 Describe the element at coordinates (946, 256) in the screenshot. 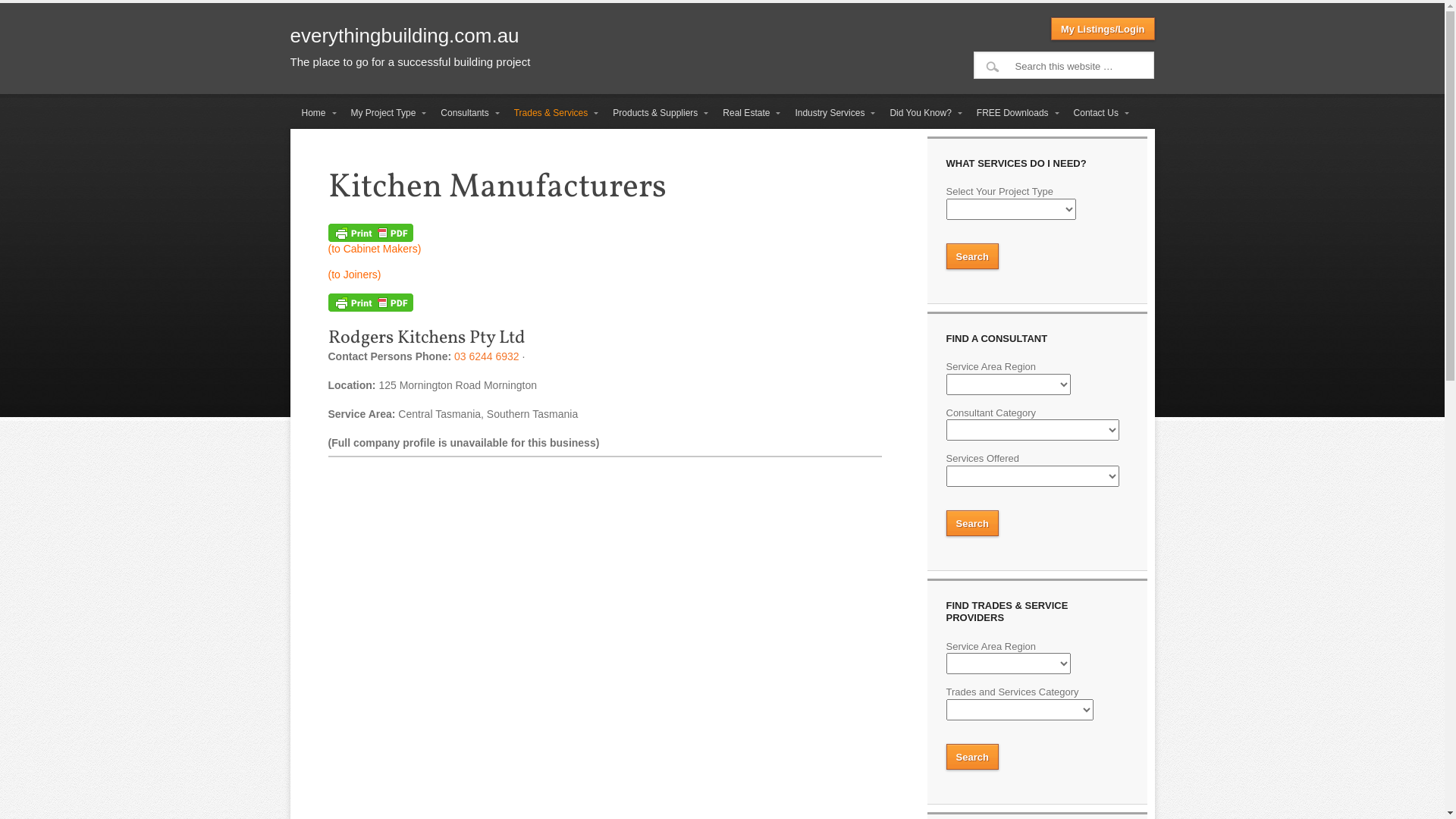

I see `'Search'` at that location.